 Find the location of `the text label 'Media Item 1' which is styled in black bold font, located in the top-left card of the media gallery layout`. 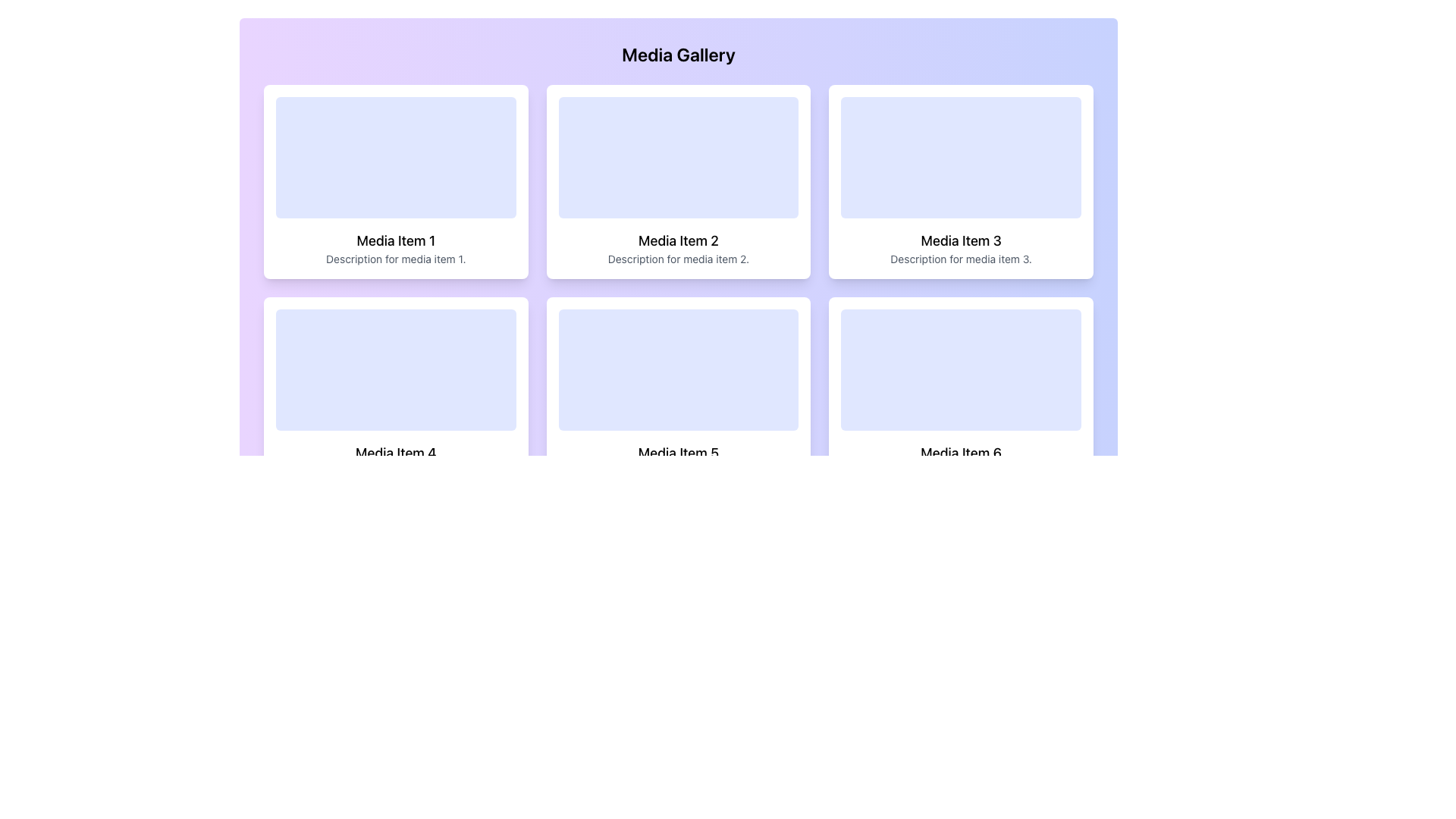

the text label 'Media Item 1' which is styled in black bold font, located in the top-left card of the media gallery layout is located at coordinates (396, 240).